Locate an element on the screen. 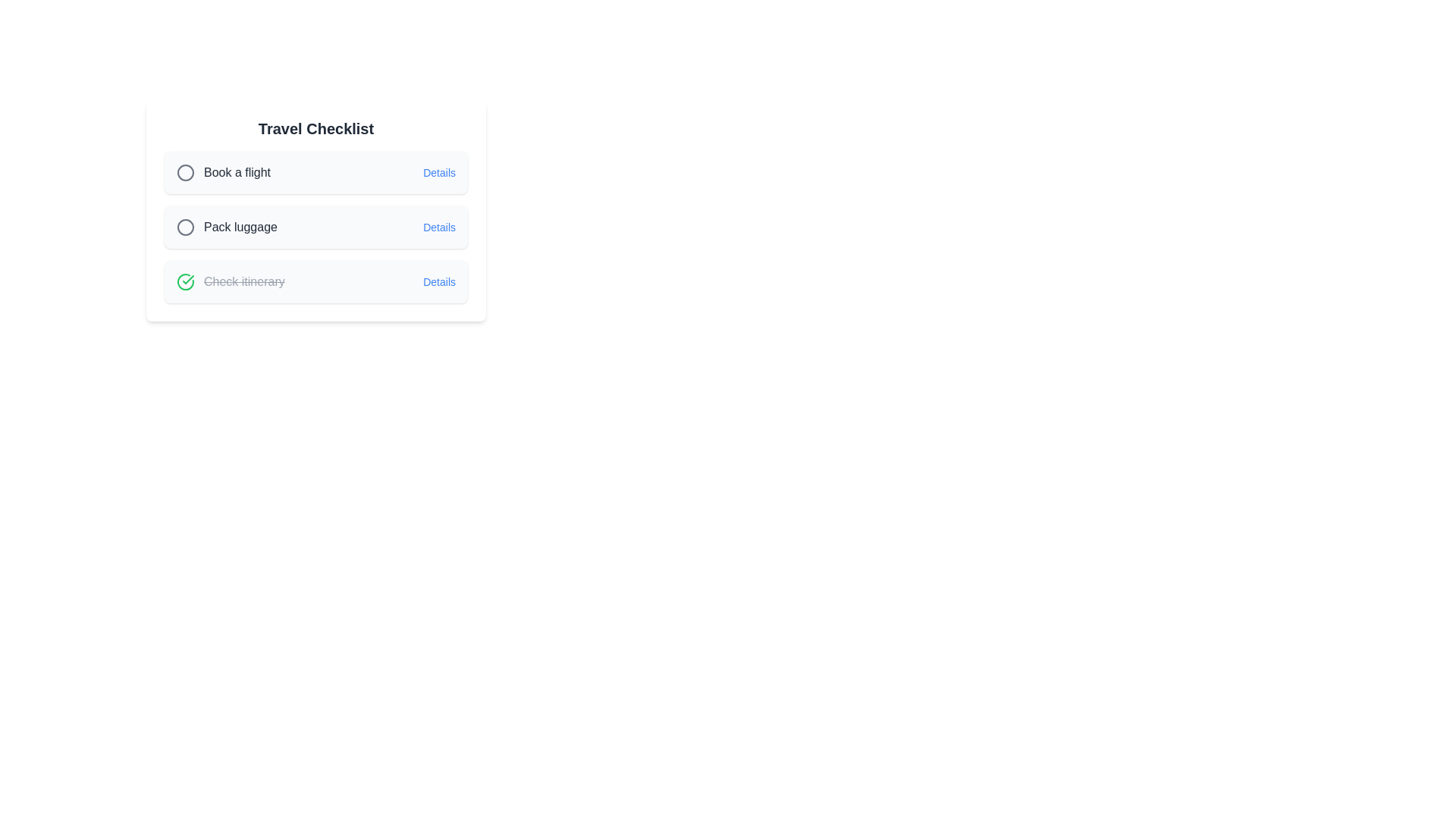 The image size is (1456, 819). the 'Pack luggage' text label with the accompanying circular icon, which is part of the 'Travel Checklist' below the 'Book a flight' entry is located at coordinates (226, 227).